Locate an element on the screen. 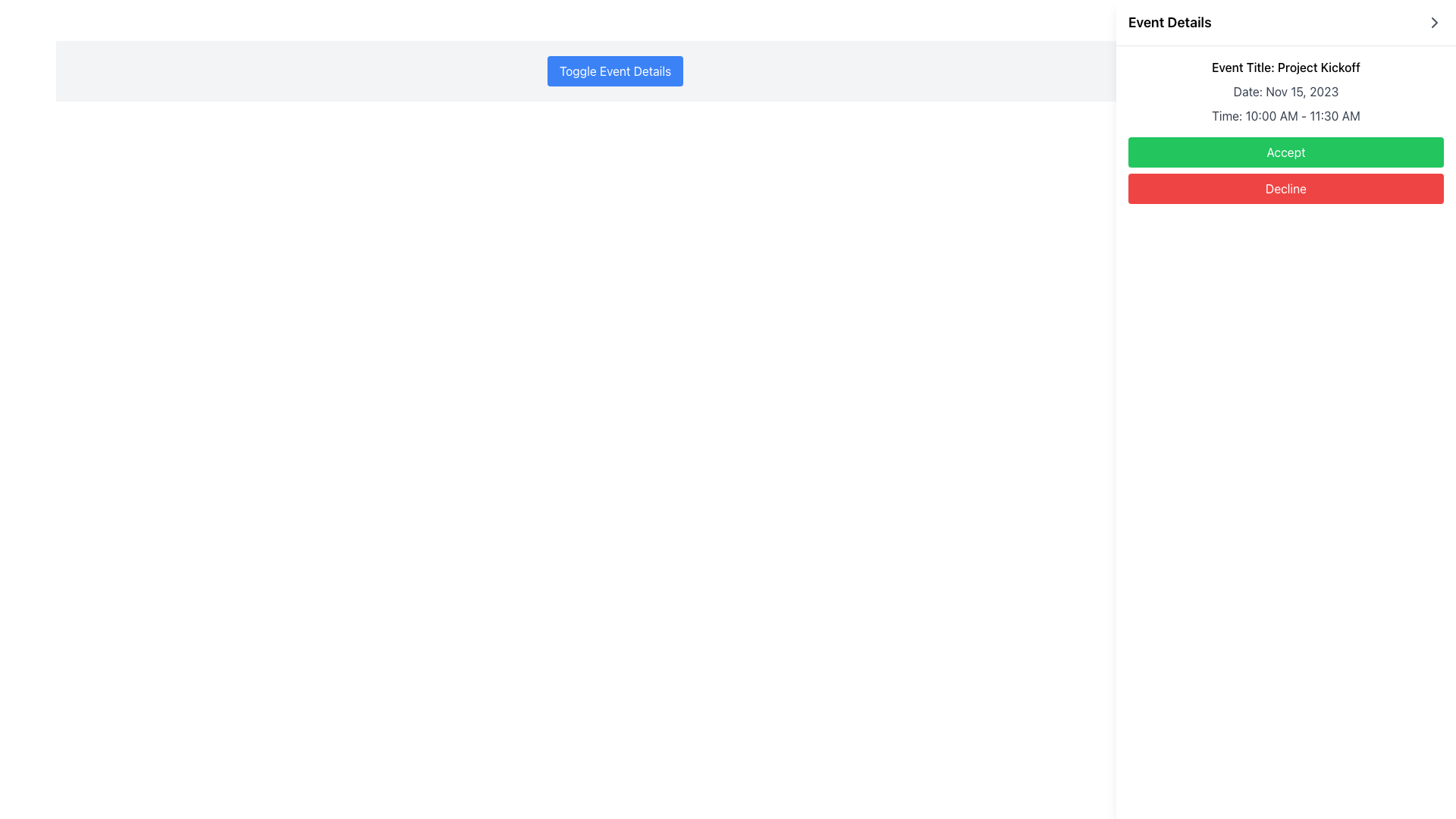 This screenshot has height=819, width=1456. the chevron icon in the top-right corner of the interface, adjacent to the 'Event Details' label is located at coordinates (1433, 23).